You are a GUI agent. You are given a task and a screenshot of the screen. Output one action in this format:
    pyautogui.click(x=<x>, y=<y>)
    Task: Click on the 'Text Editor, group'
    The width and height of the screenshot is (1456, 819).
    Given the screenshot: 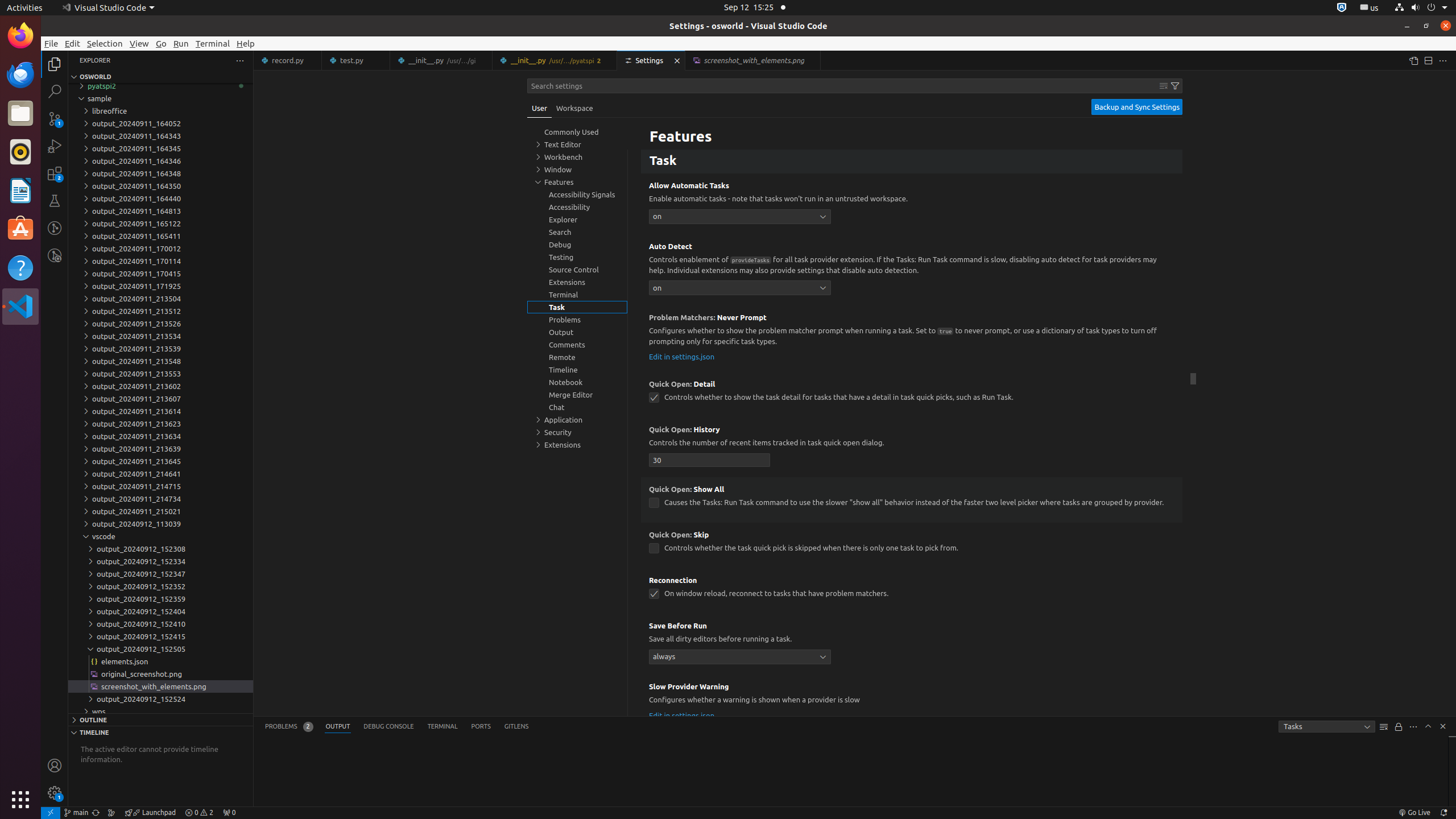 What is the action you would take?
    pyautogui.click(x=577, y=144)
    